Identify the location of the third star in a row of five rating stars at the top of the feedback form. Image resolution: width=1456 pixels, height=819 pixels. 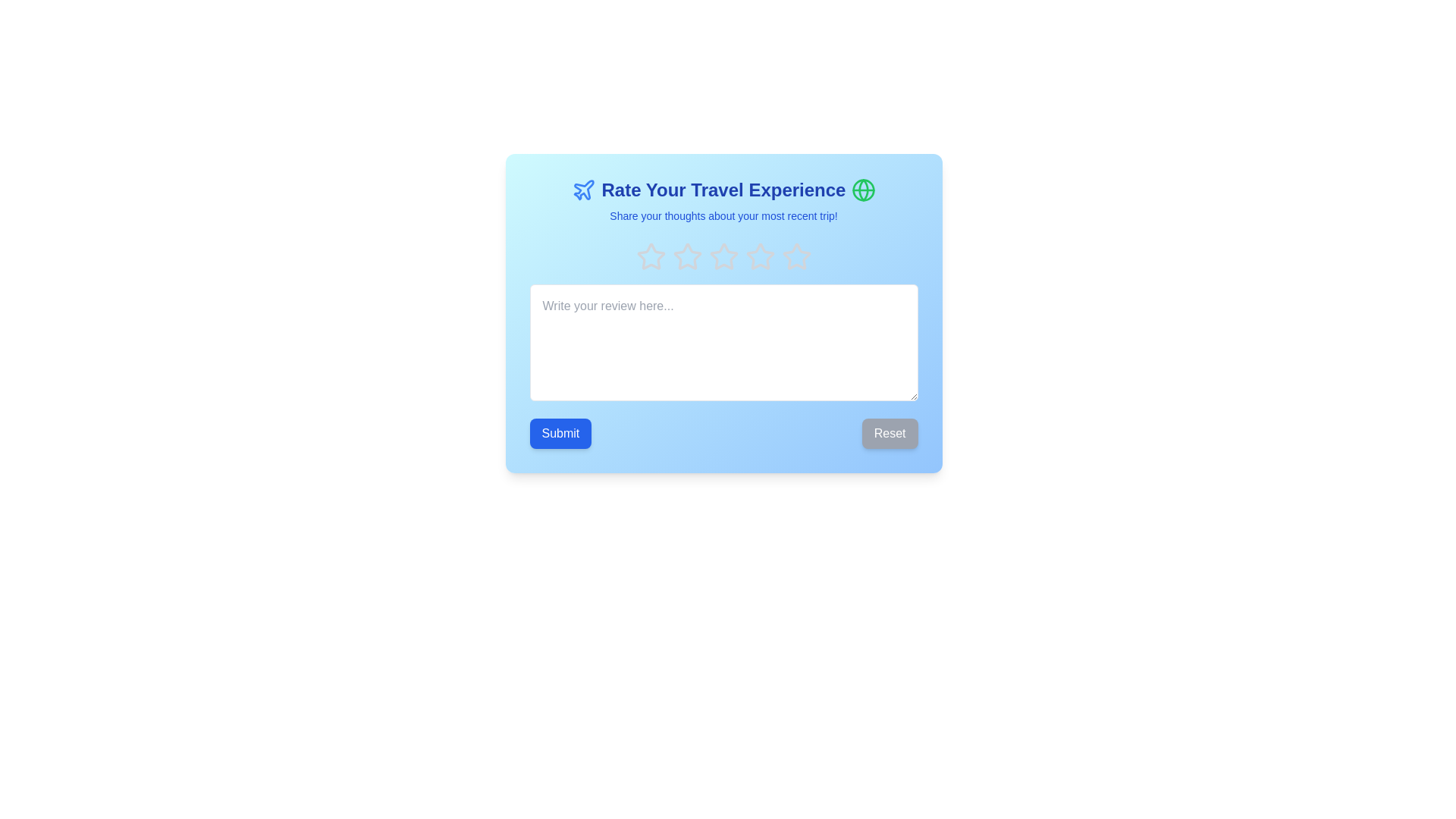
(723, 256).